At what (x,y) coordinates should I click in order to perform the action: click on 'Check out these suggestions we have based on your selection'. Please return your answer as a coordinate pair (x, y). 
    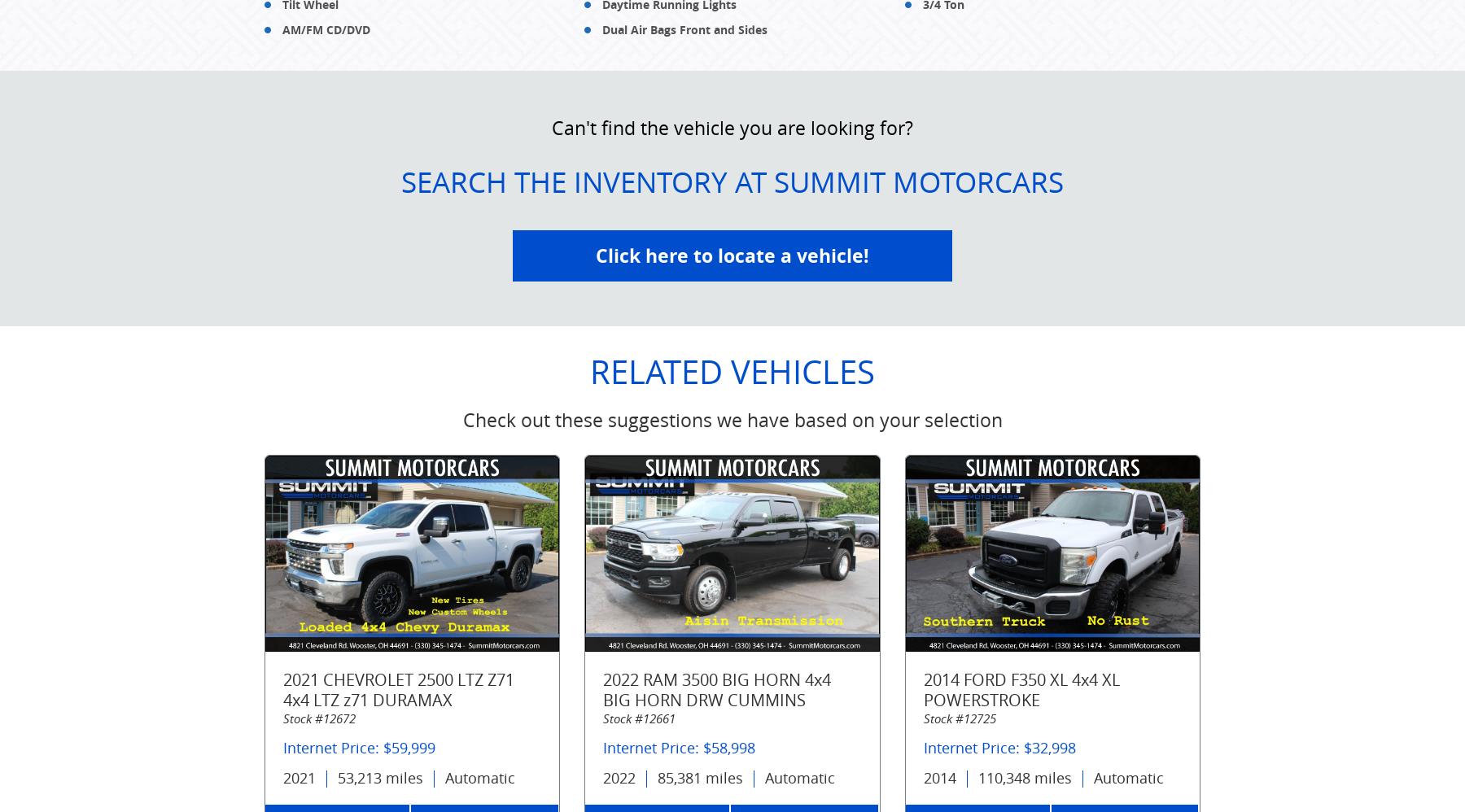
    Looking at the image, I should click on (732, 420).